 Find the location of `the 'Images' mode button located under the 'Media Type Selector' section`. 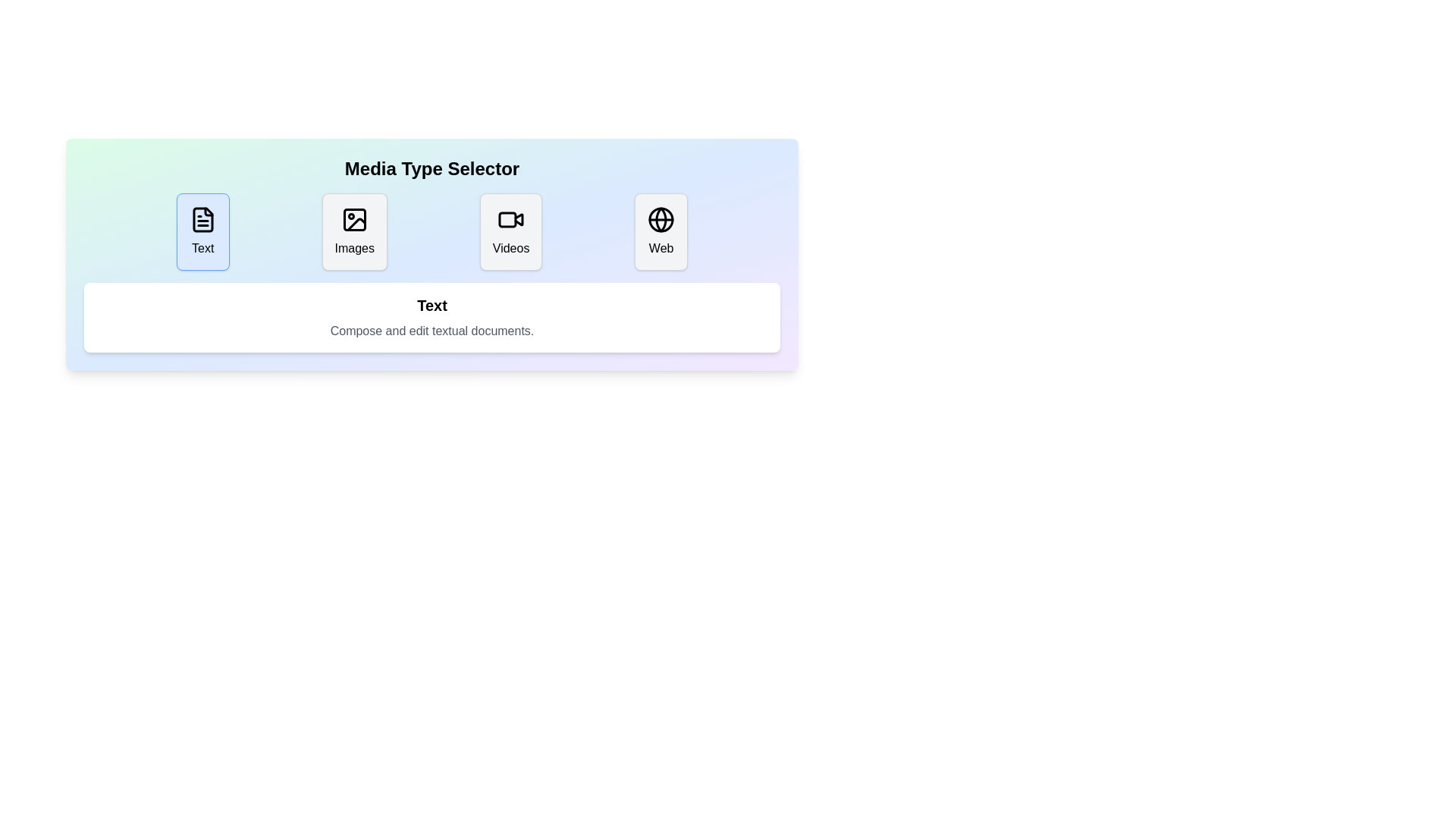

the 'Images' mode button located under the 'Media Type Selector' section is located at coordinates (353, 231).